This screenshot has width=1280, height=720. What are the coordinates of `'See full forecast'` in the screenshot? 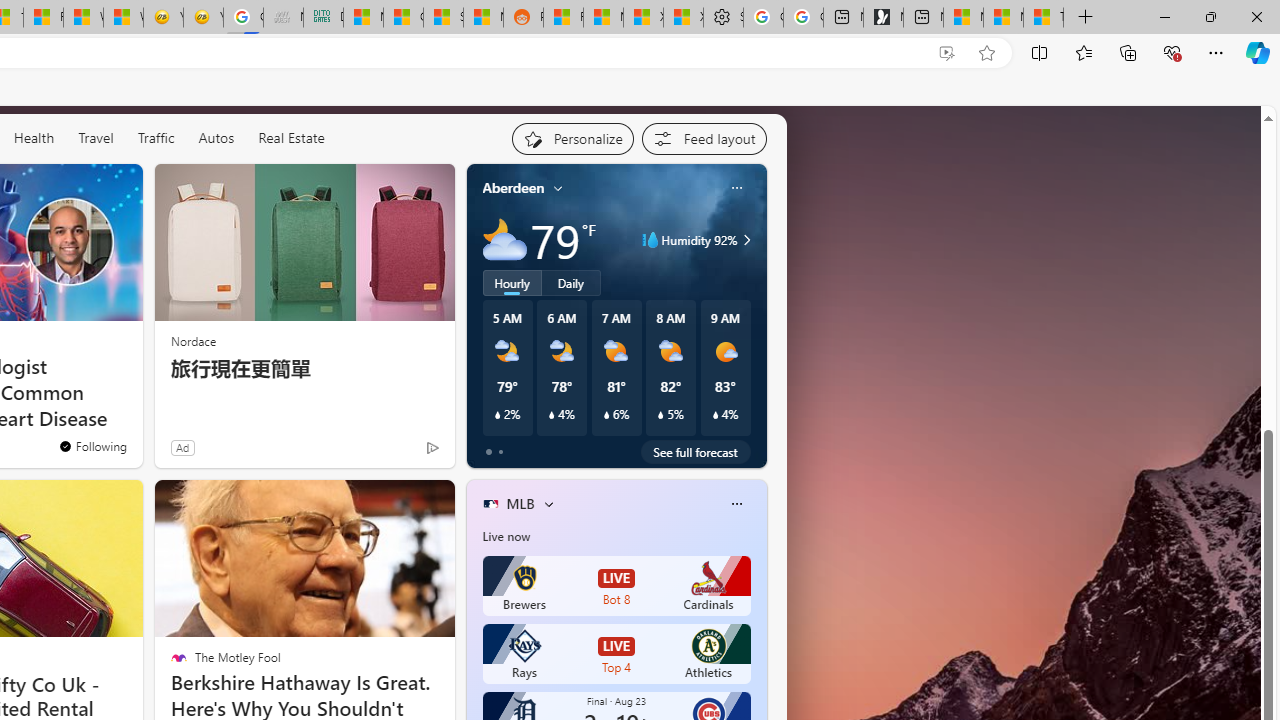 It's located at (695, 451).